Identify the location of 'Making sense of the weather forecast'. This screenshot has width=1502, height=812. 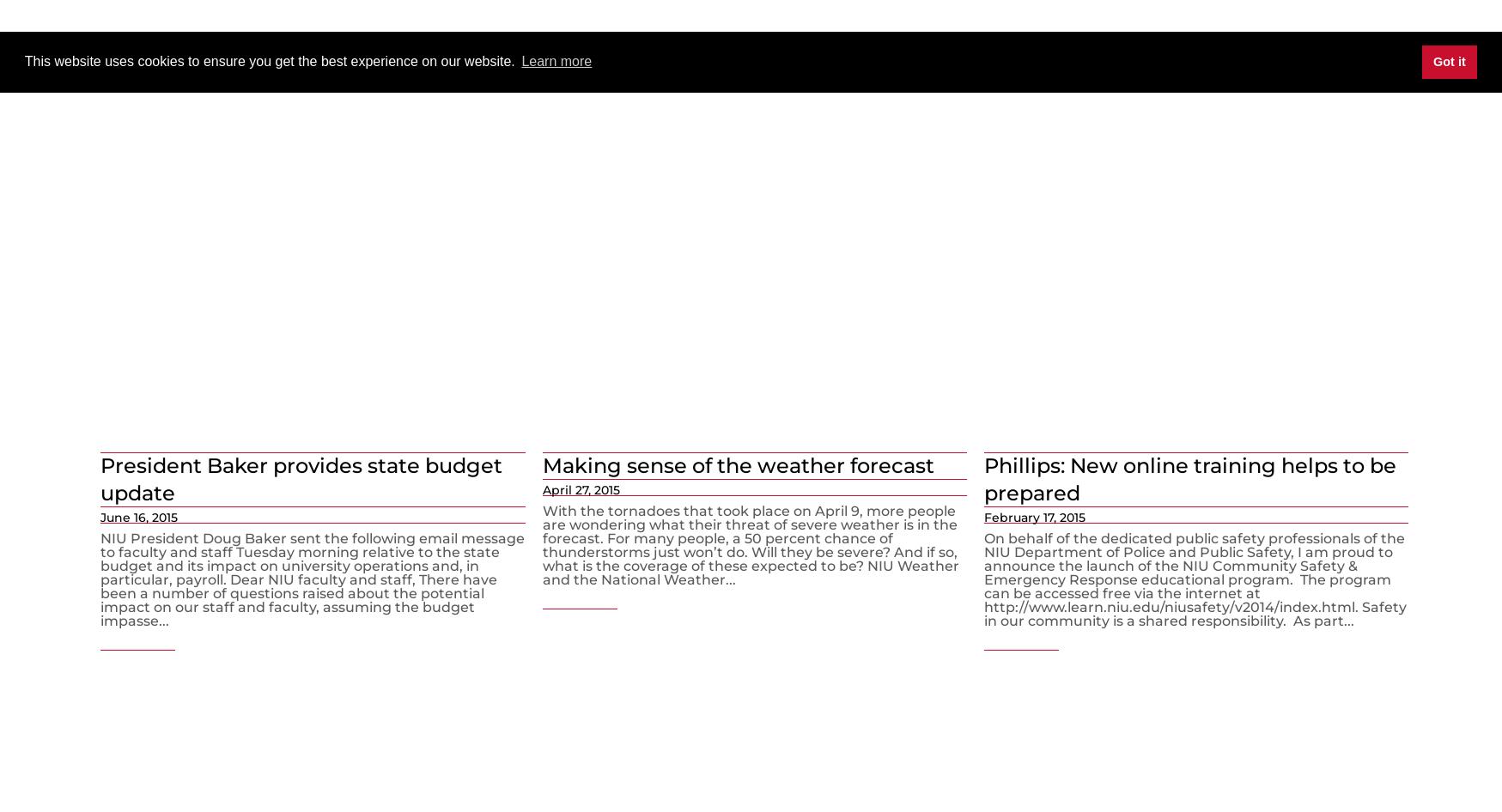
(736, 465).